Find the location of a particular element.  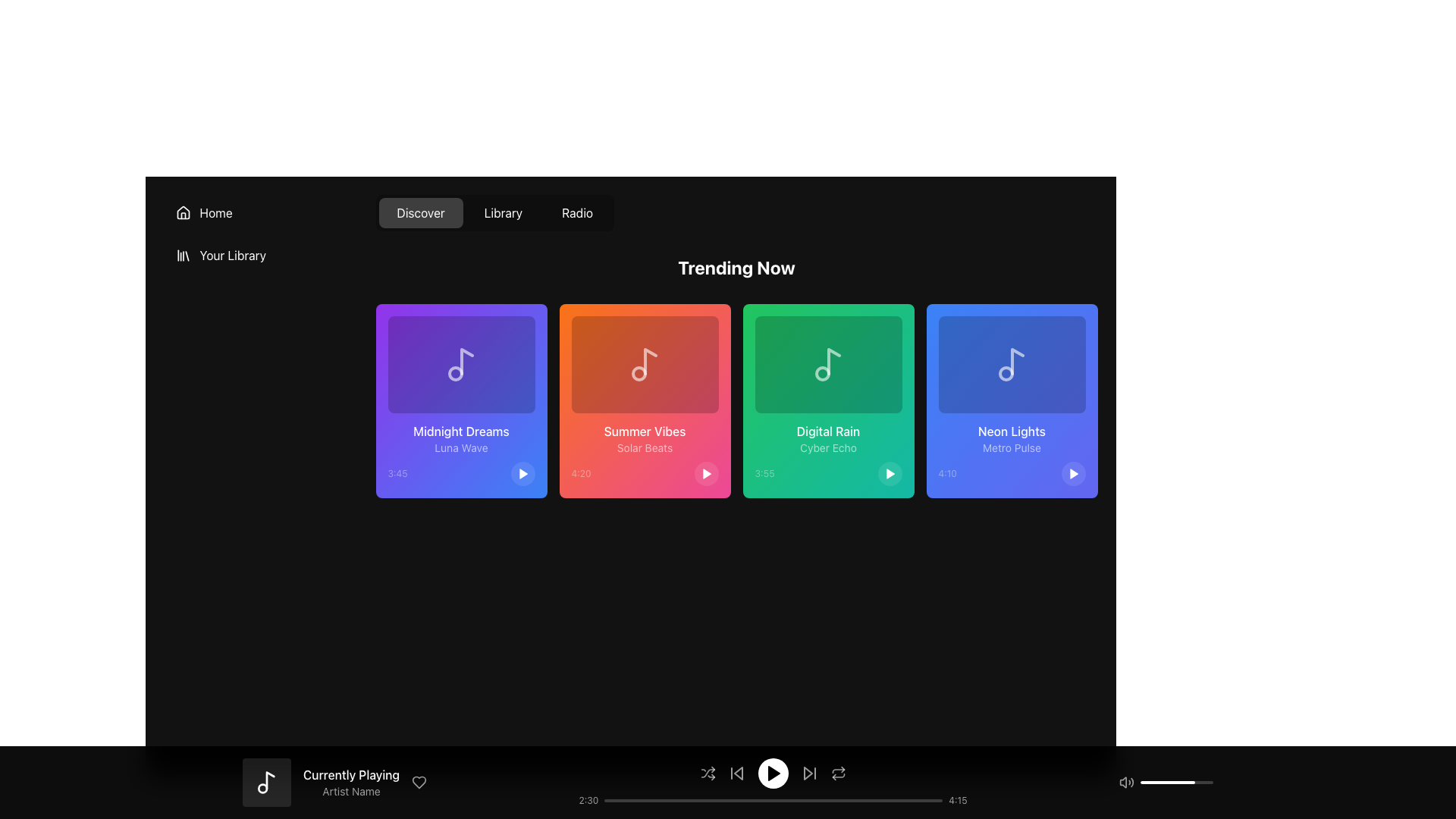

the progress bar located at the bottom center of the media player interface to seek to a different playback point is located at coordinates (773, 800).